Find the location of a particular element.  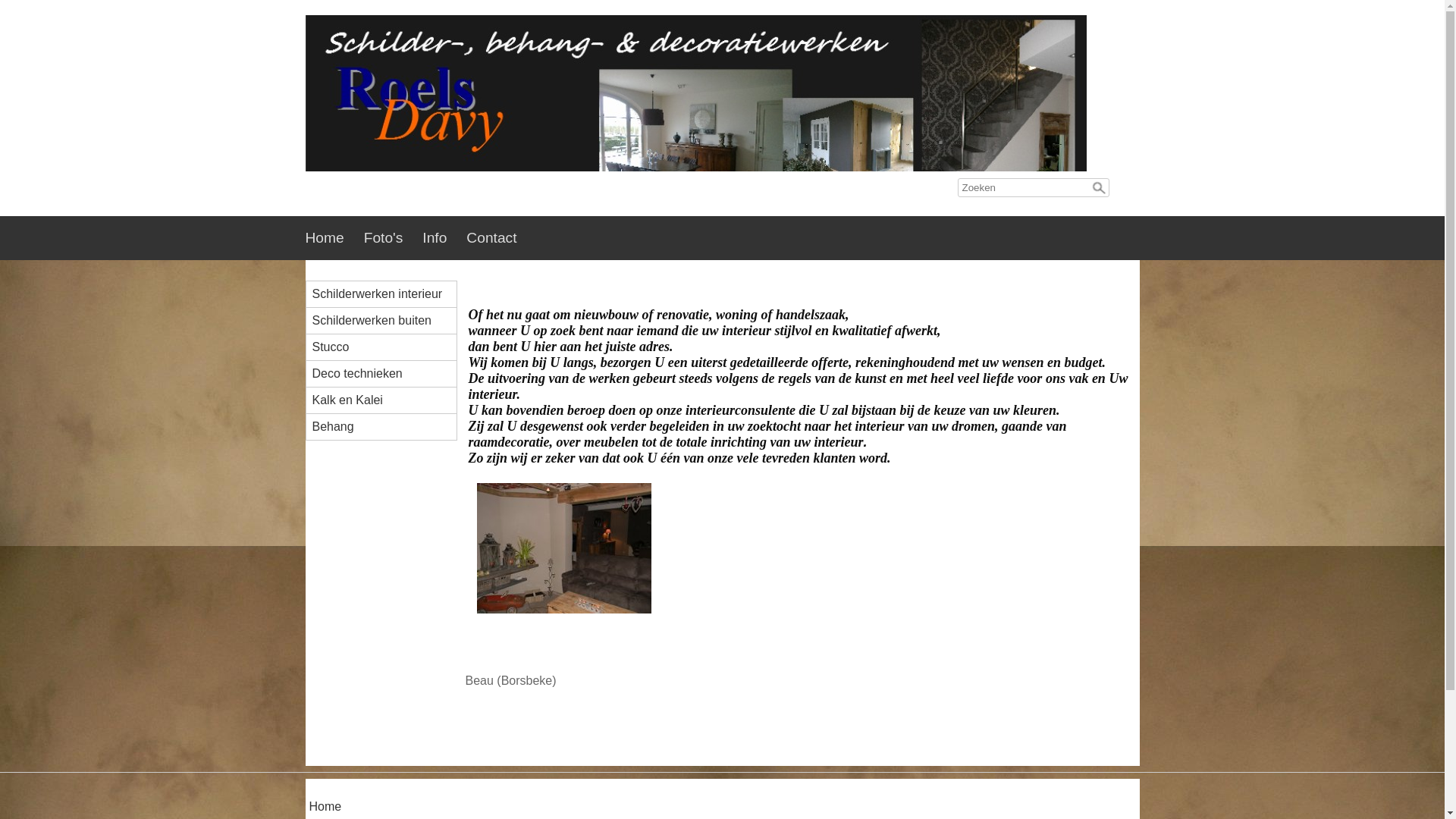

'Home' is located at coordinates (333, 237).